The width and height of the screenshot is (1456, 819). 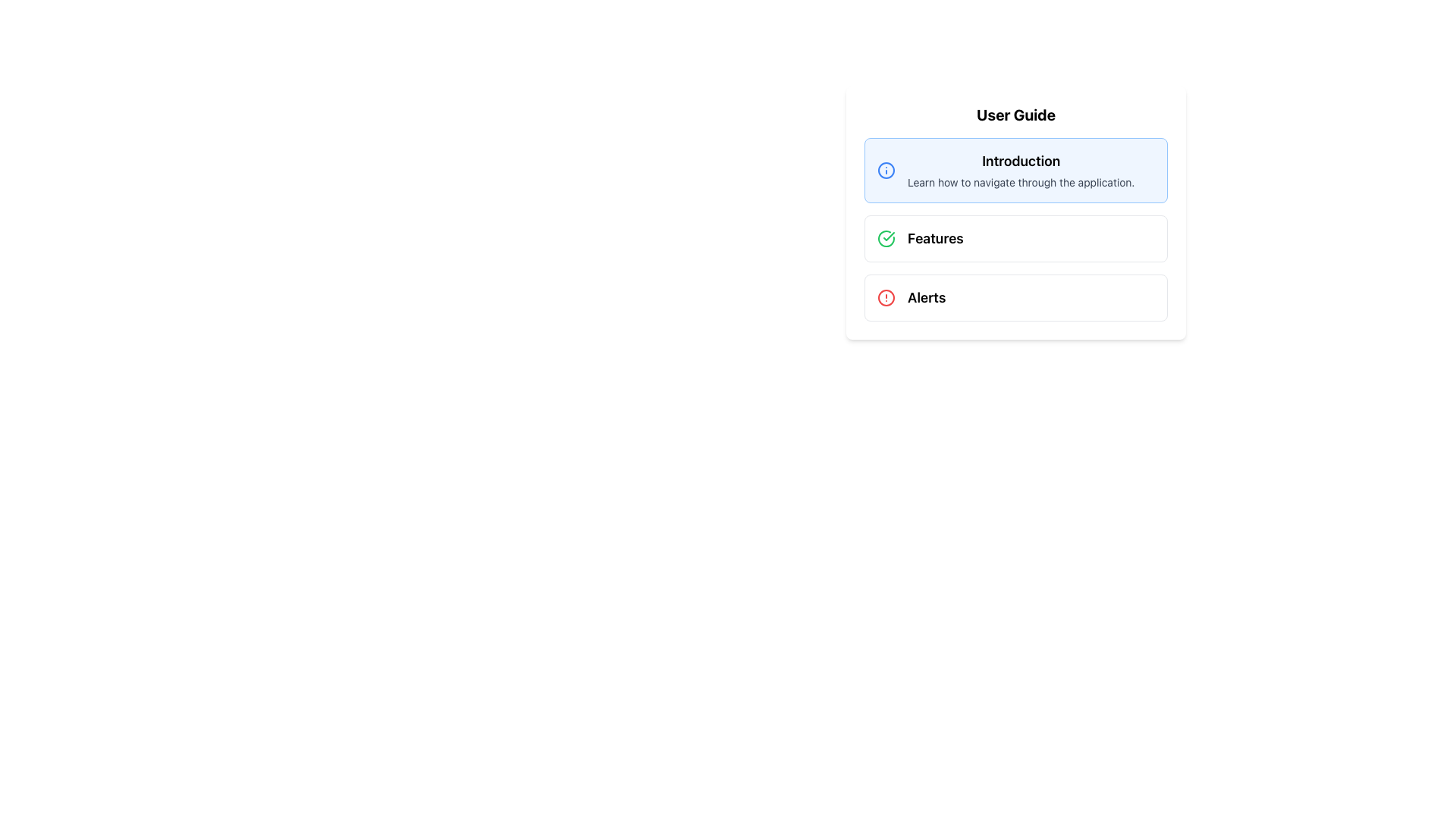 What do you see at coordinates (886, 298) in the screenshot?
I see `SVG circle graphical component of the alert icon, which is positioned to the left of the 'Alerts' text in the vertical list` at bounding box center [886, 298].